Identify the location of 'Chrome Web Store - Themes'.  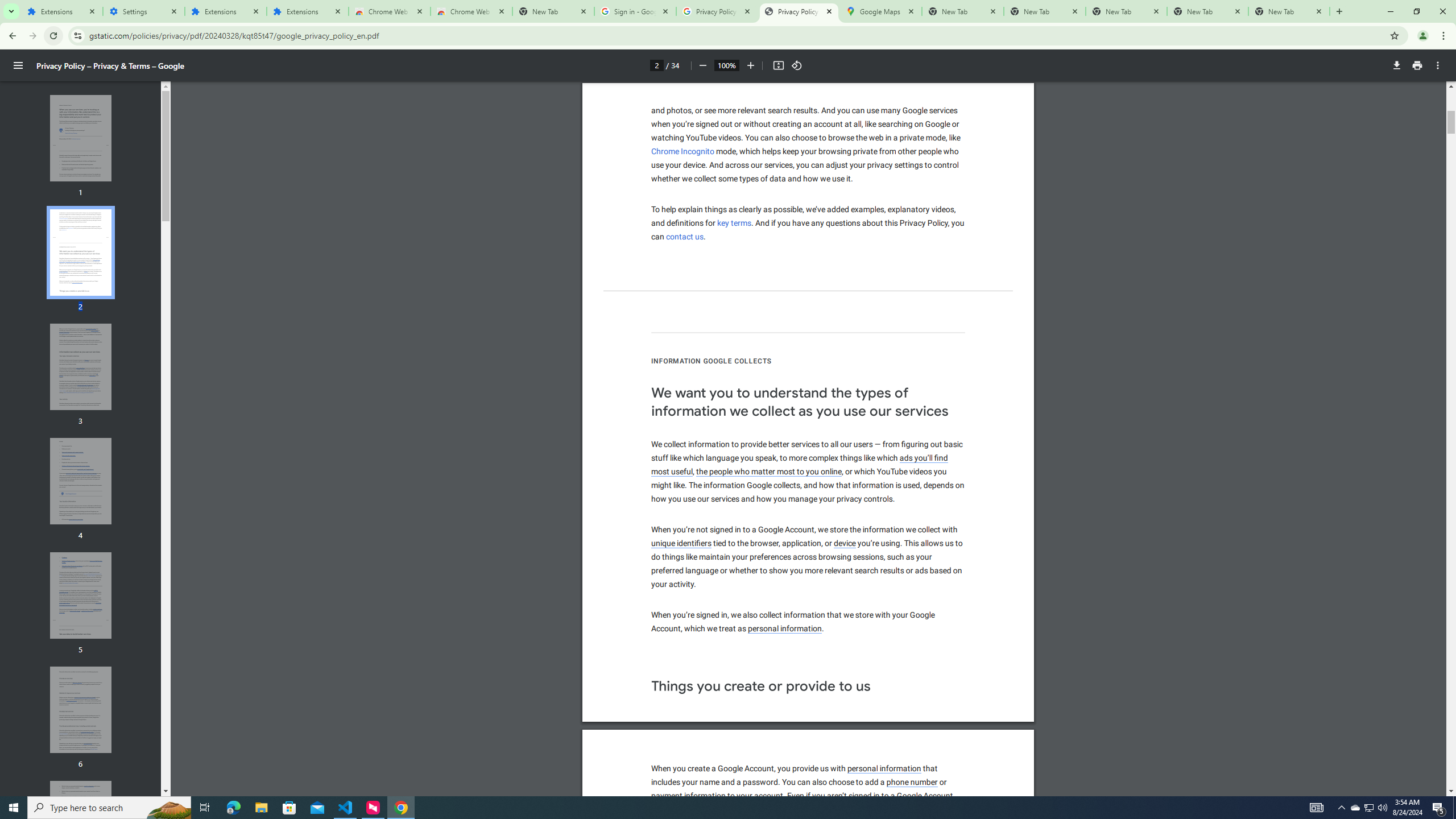
(470, 11).